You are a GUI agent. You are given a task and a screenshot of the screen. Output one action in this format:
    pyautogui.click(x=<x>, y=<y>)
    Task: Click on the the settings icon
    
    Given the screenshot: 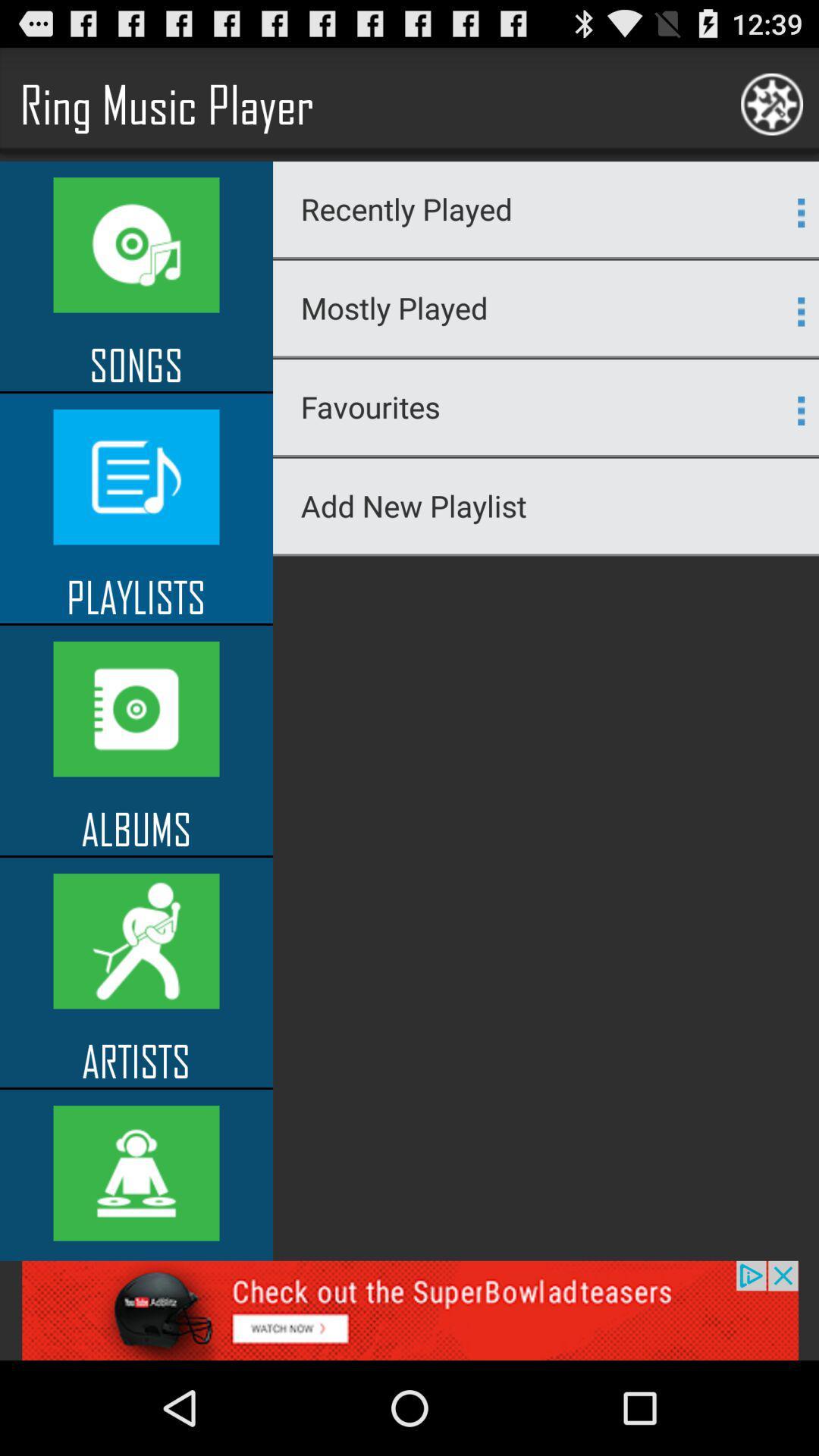 What is the action you would take?
    pyautogui.click(x=772, y=111)
    